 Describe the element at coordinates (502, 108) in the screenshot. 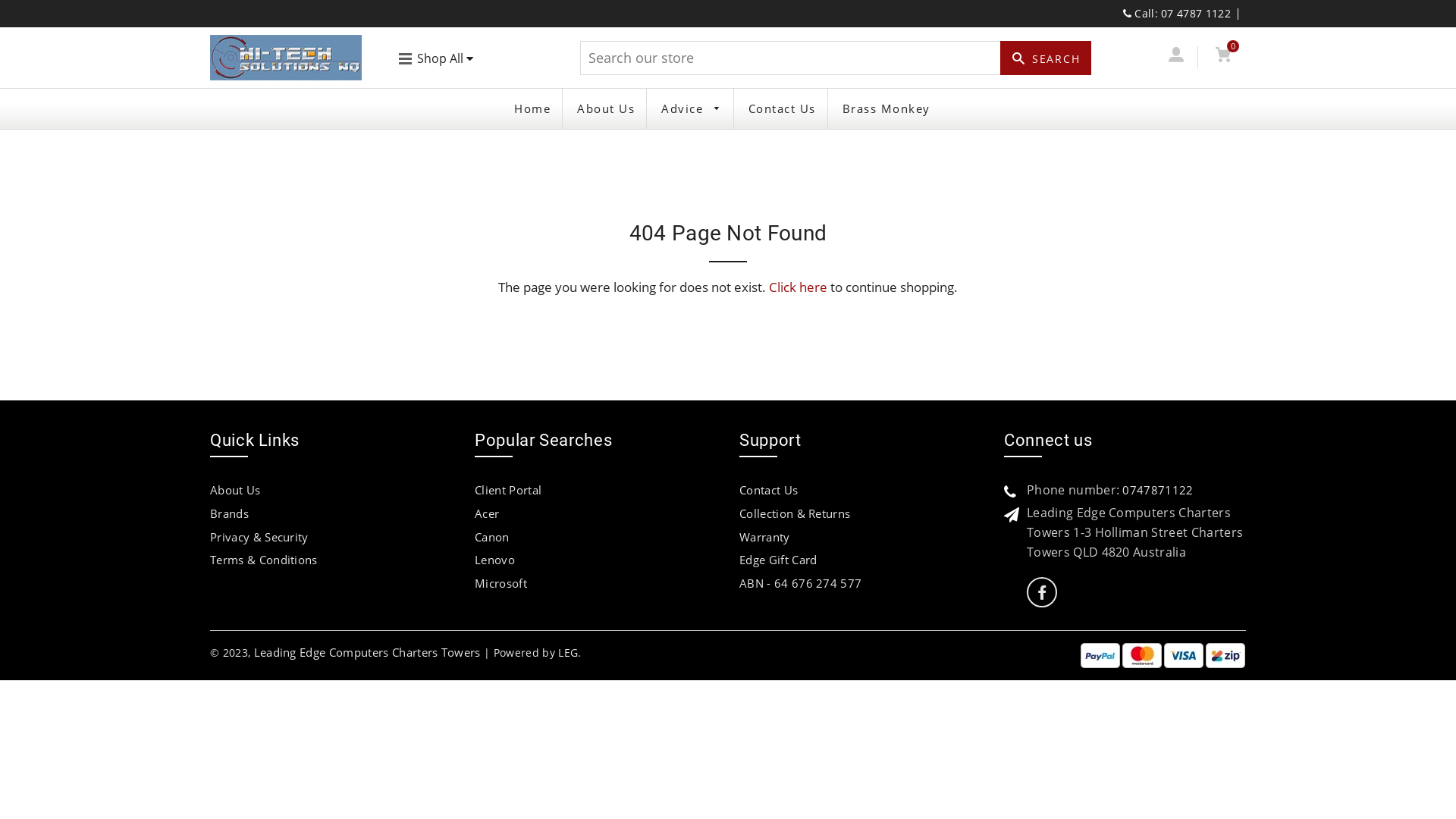

I see `'Home'` at that location.